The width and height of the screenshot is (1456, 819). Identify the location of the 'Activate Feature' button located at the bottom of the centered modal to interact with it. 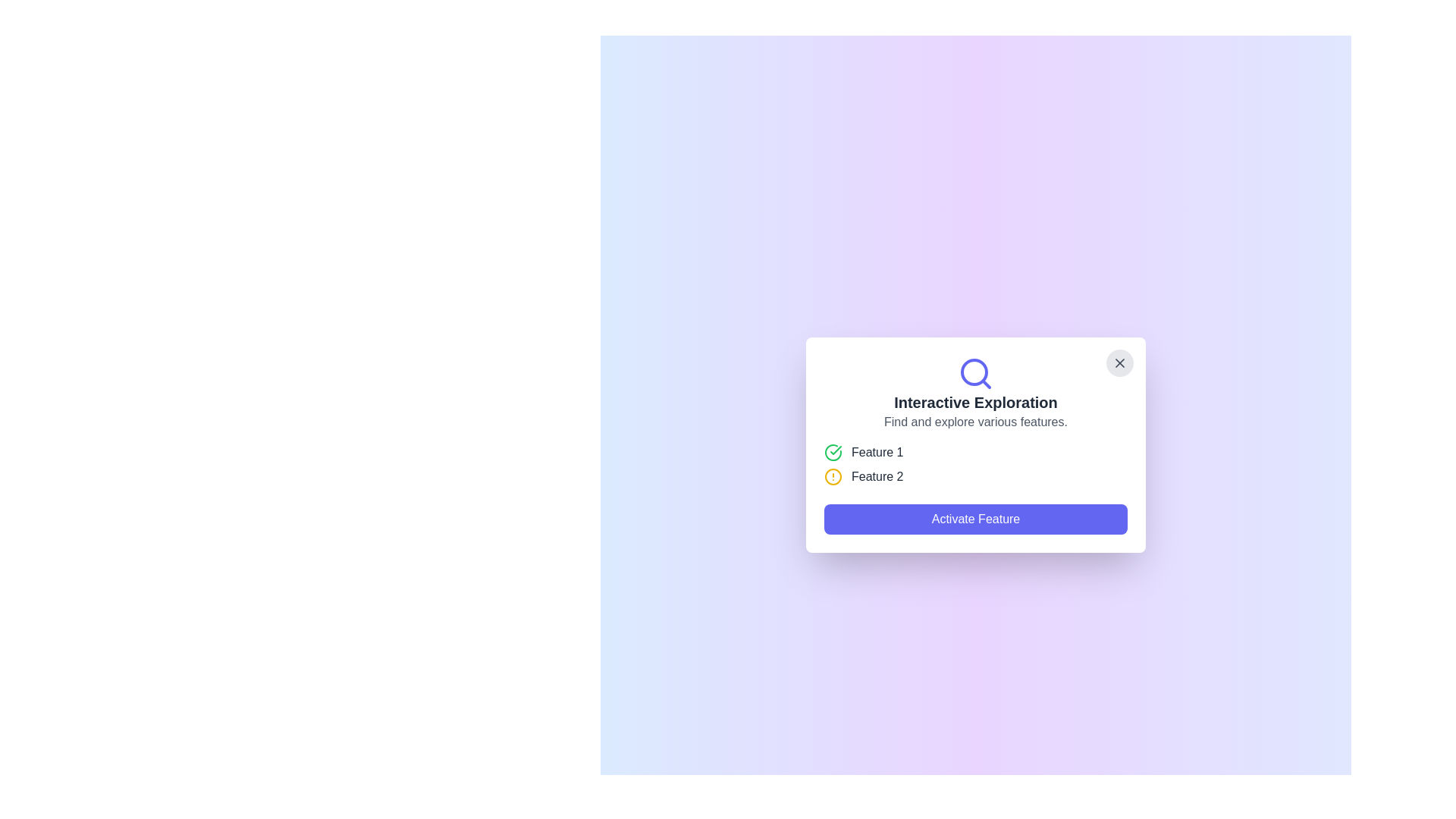
(975, 519).